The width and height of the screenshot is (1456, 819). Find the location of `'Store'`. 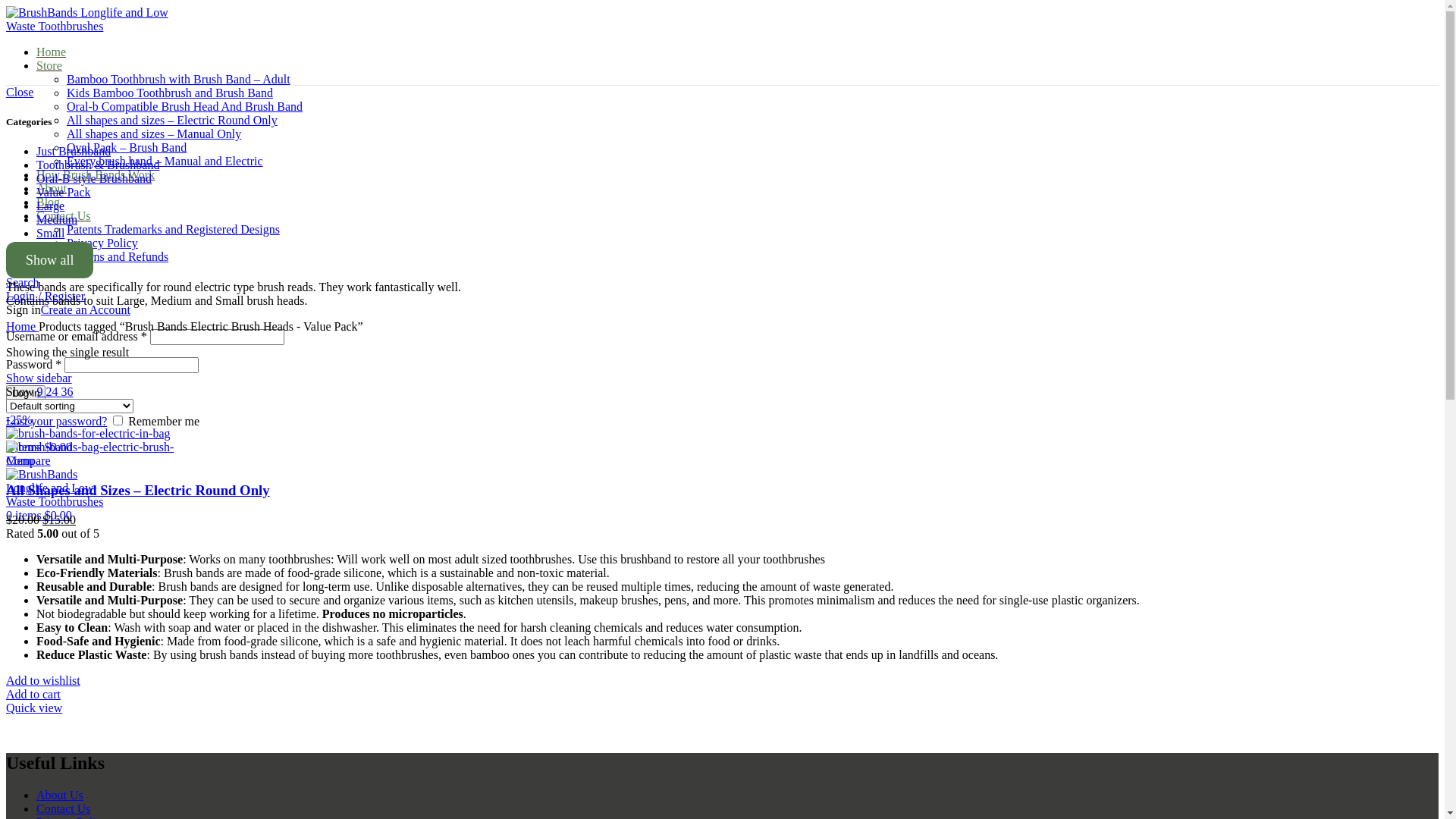

'Store' is located at coordinates (36, 64).